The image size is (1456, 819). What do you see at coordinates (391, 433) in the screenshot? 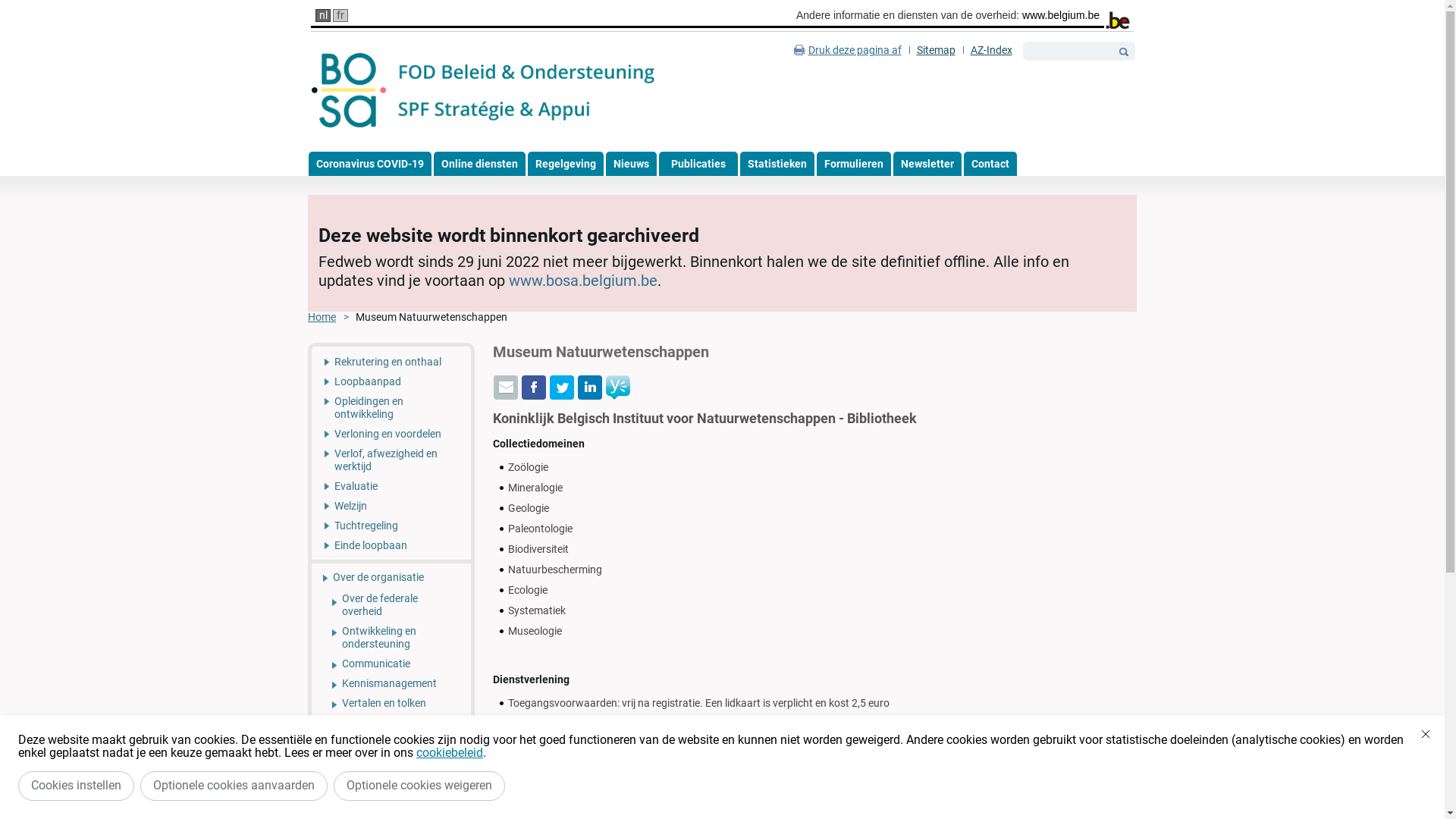
I see `'Verloning en voordelen'` at bounding box center [391, 433].